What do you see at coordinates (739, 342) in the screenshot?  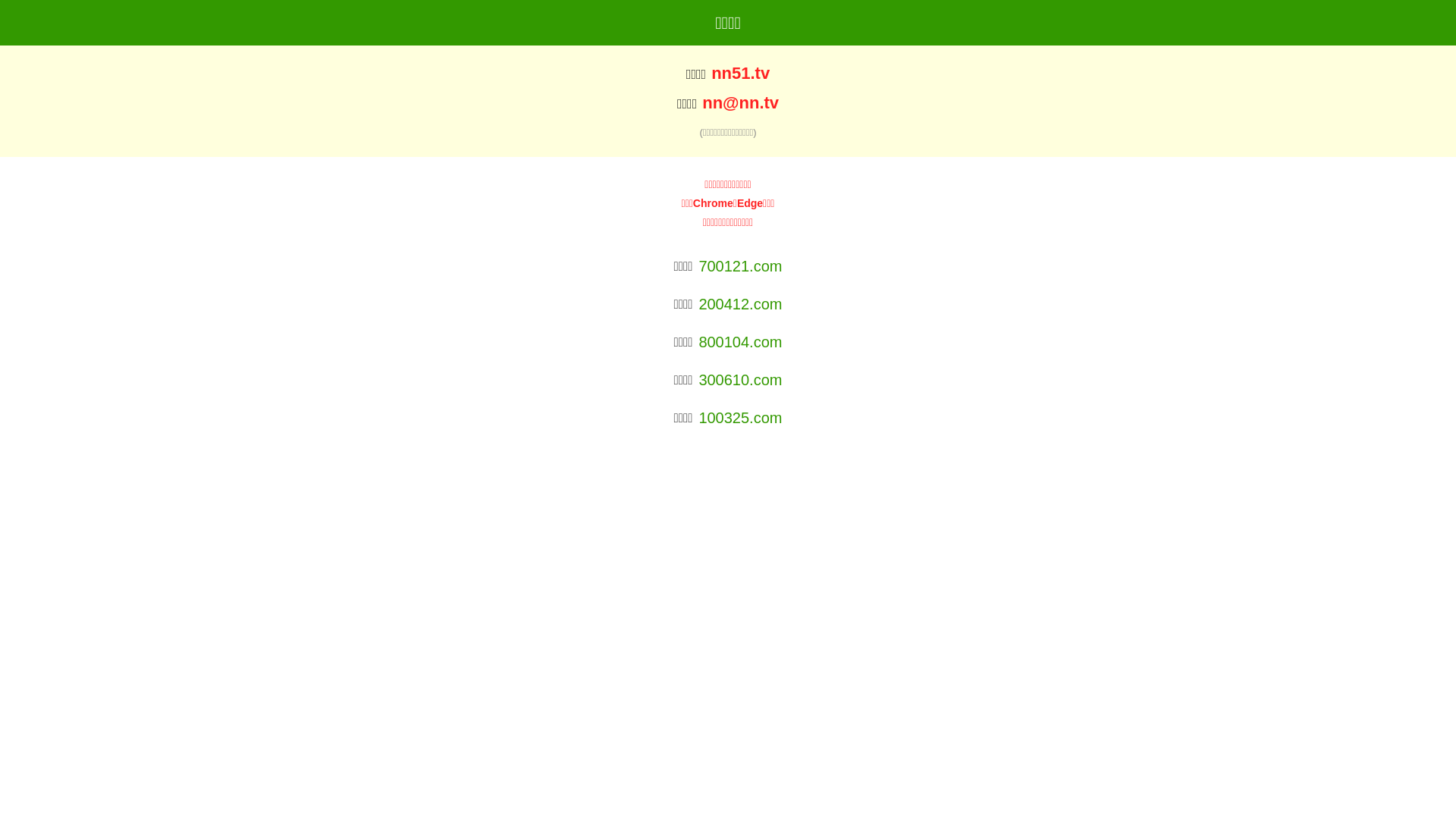 I see `'800104.com'` at bounding box center [739, 342].